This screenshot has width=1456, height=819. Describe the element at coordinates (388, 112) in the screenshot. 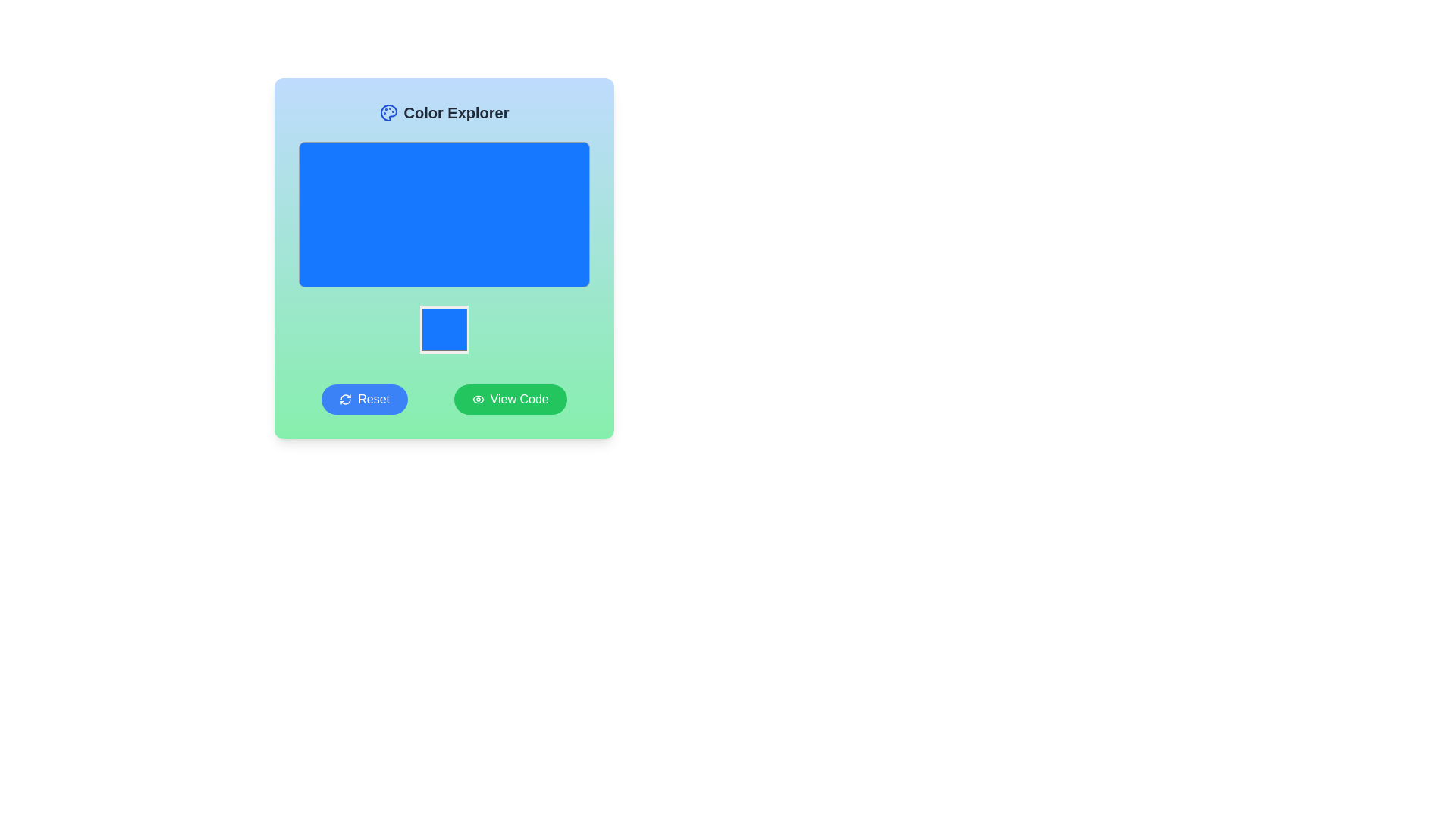

I see `the painter's palette icon located to the left of the 'Color Explorer' text label` at that location.